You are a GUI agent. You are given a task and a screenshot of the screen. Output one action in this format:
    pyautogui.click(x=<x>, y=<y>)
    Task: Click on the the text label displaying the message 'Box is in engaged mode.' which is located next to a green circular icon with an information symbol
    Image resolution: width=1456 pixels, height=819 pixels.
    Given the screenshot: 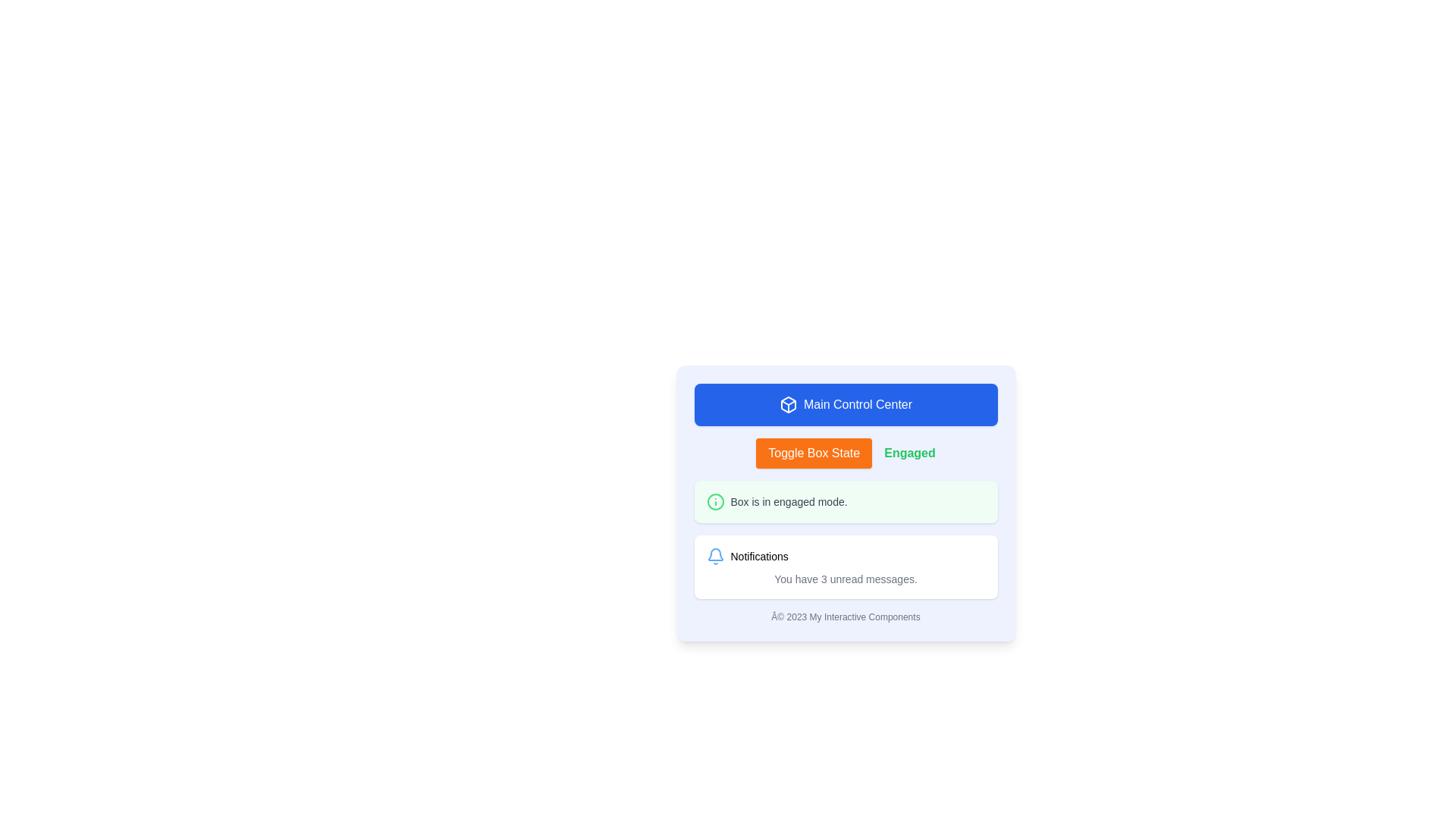 What is the action you would take?
    pyautogui.click(x=789, y=502)
    